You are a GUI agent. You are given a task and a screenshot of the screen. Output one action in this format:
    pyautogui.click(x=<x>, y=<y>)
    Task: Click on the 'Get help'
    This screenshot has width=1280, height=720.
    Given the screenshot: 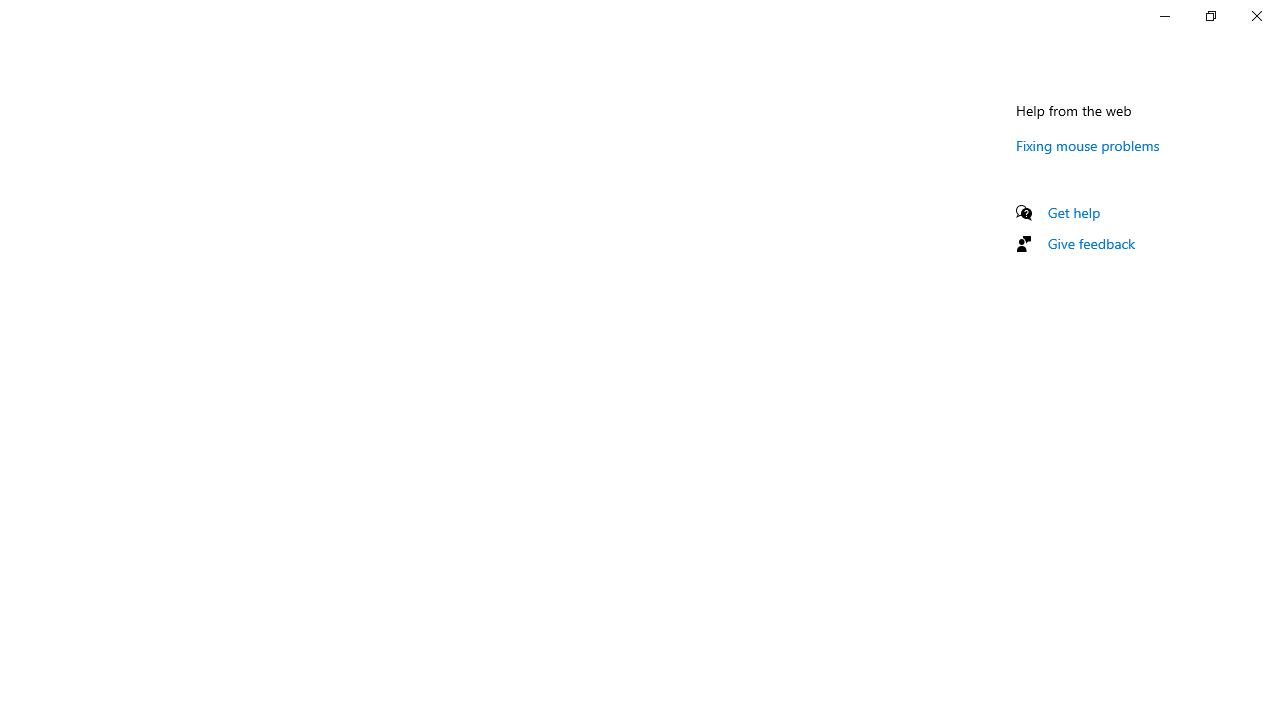 What is the action you would take?
    pyautogui.click(x=1073, y=212)
    